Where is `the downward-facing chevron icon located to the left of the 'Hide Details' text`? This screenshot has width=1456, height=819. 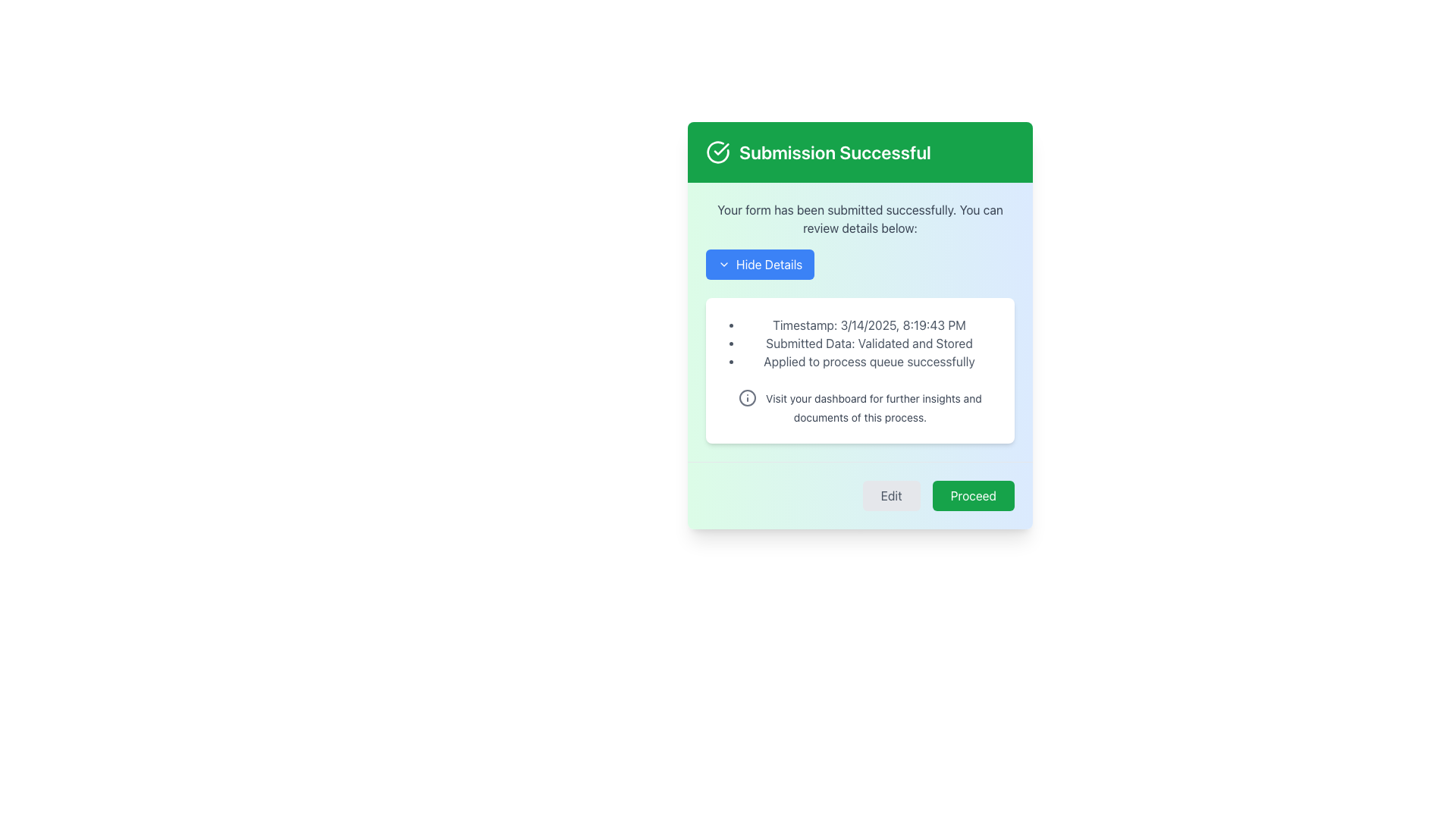 the downward-facing chevron icon located to the left of the 'Hide Details' text is located at coordinates (723, 263).